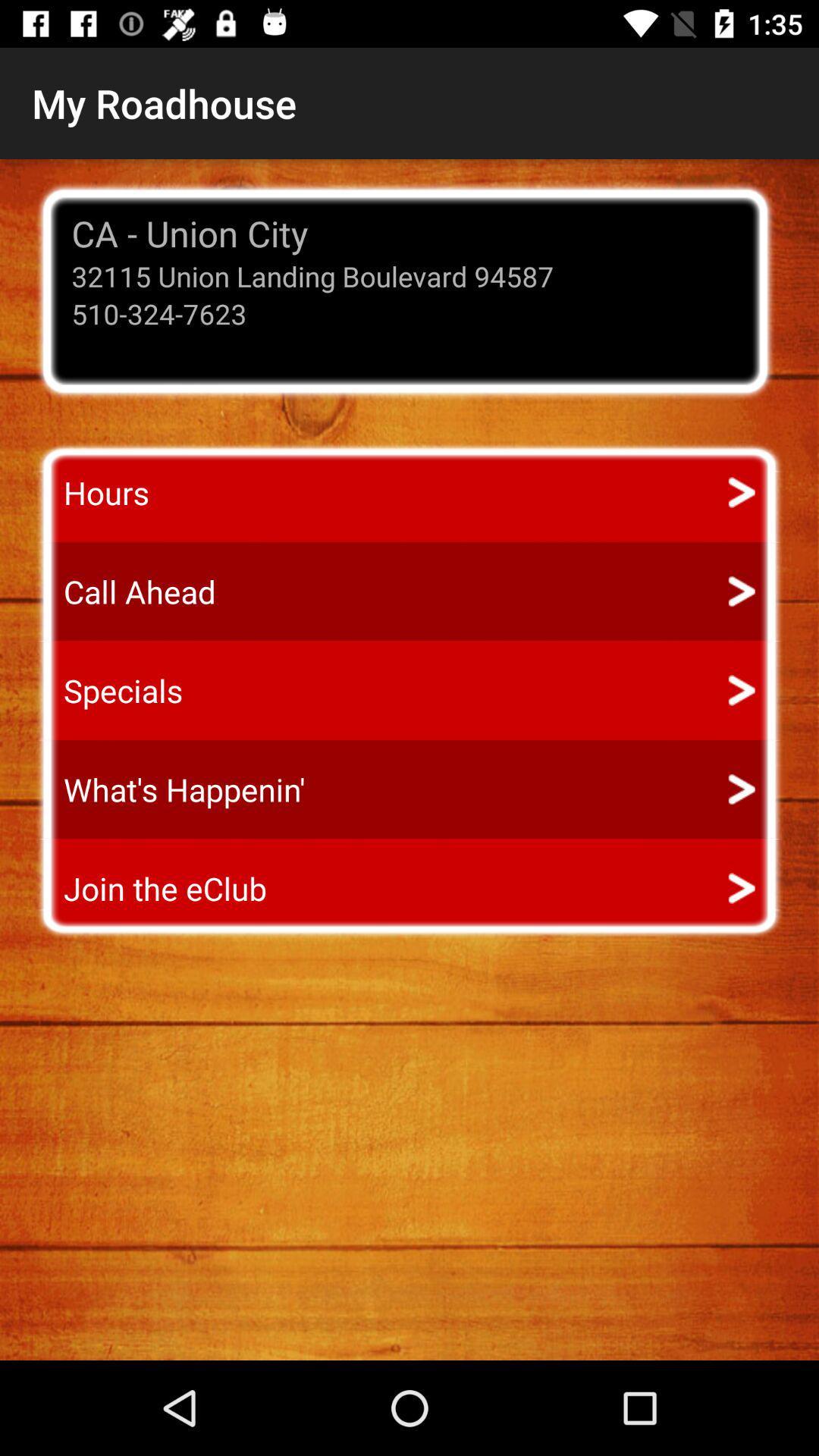 Image resolution: width=819 pixels, height=1456 pixels. Describe the element at coordinates (125, 591) in the screenshot. I see `the call ahead item` at that location.